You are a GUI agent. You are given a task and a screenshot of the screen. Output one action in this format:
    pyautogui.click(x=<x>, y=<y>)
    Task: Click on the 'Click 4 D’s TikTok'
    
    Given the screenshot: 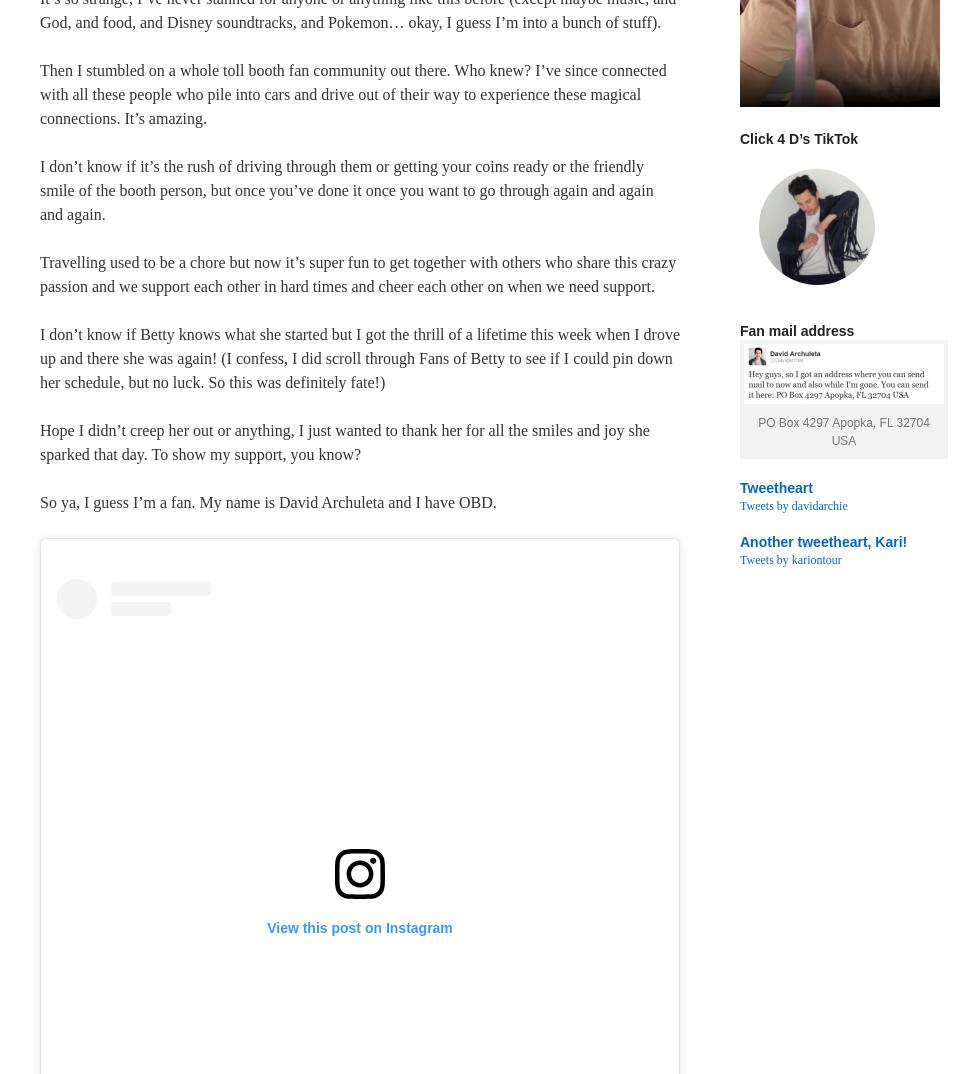 What is the action you would take?
    pyautogui.click(x=798, y=137)
    